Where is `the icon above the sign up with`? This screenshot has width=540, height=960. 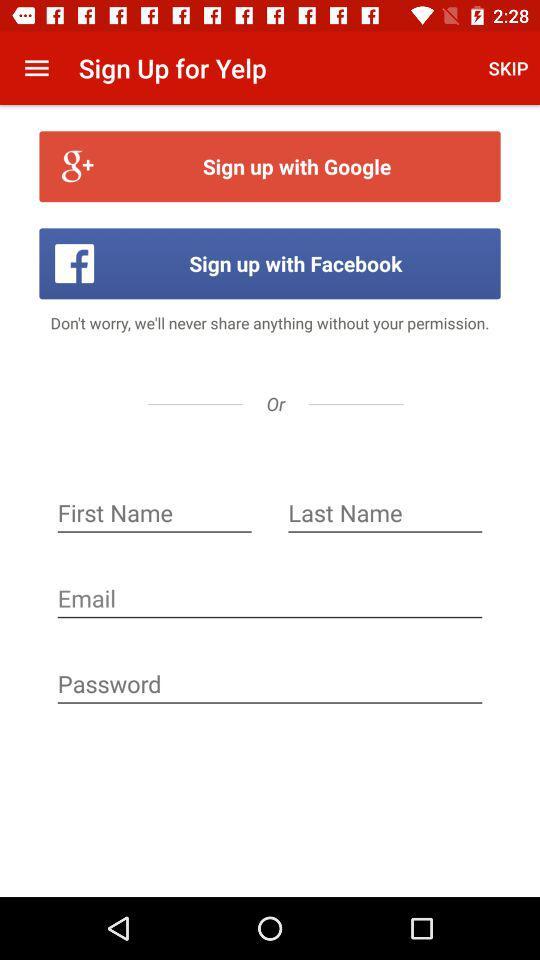
the icon above the sign up with is located at coordinates (36, 68).